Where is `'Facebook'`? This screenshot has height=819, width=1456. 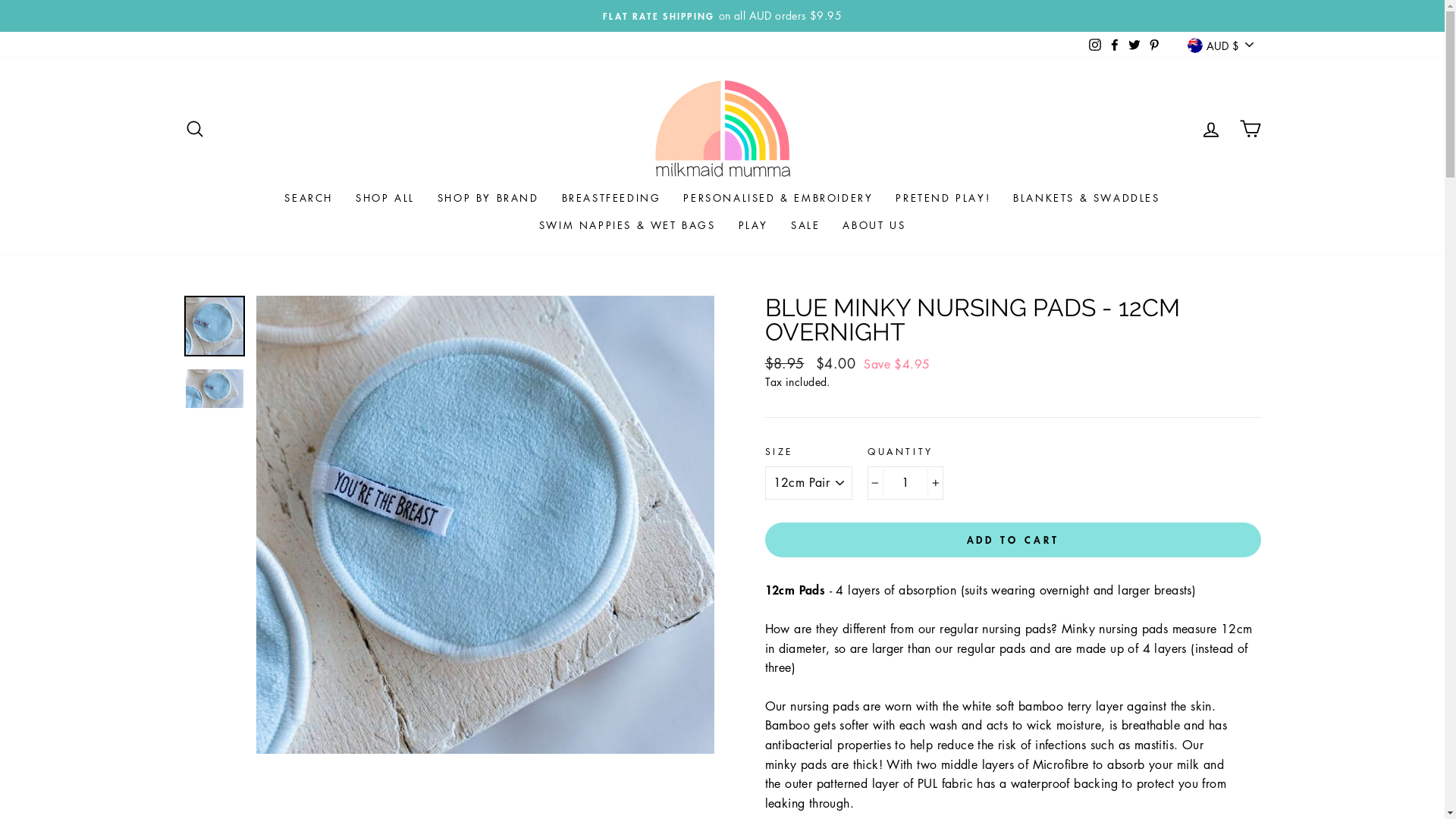
'Facebook' is located at coordinates (1114, 43).